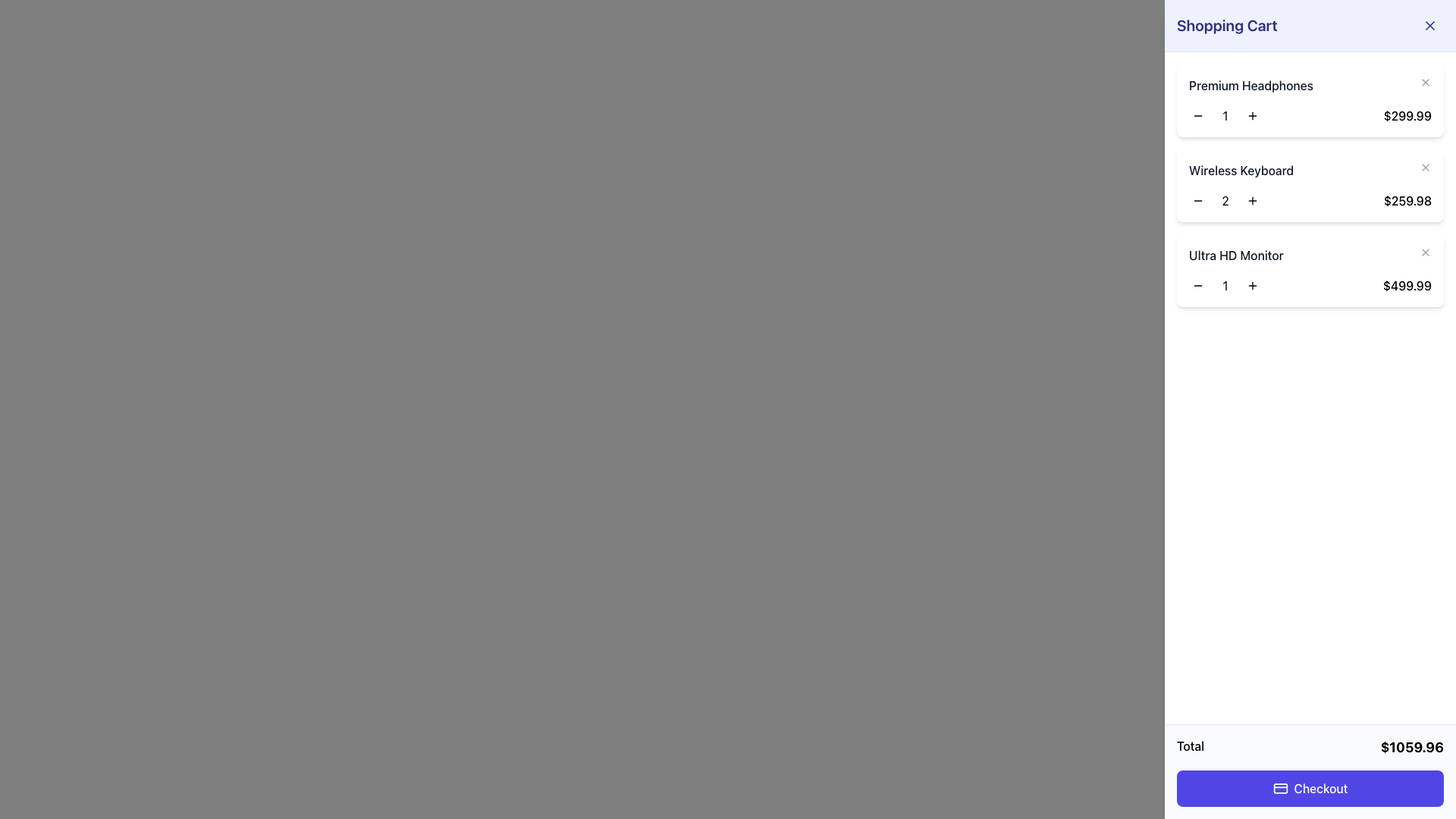 This screenshot has height=819, width=1456. Describe the element at coordinates (1411, 747) in the screenshot. I see `the Text Display that shows the total price of all items in the shopping cart, located at the bottom-right corner beside the label 'Total'` at that location.